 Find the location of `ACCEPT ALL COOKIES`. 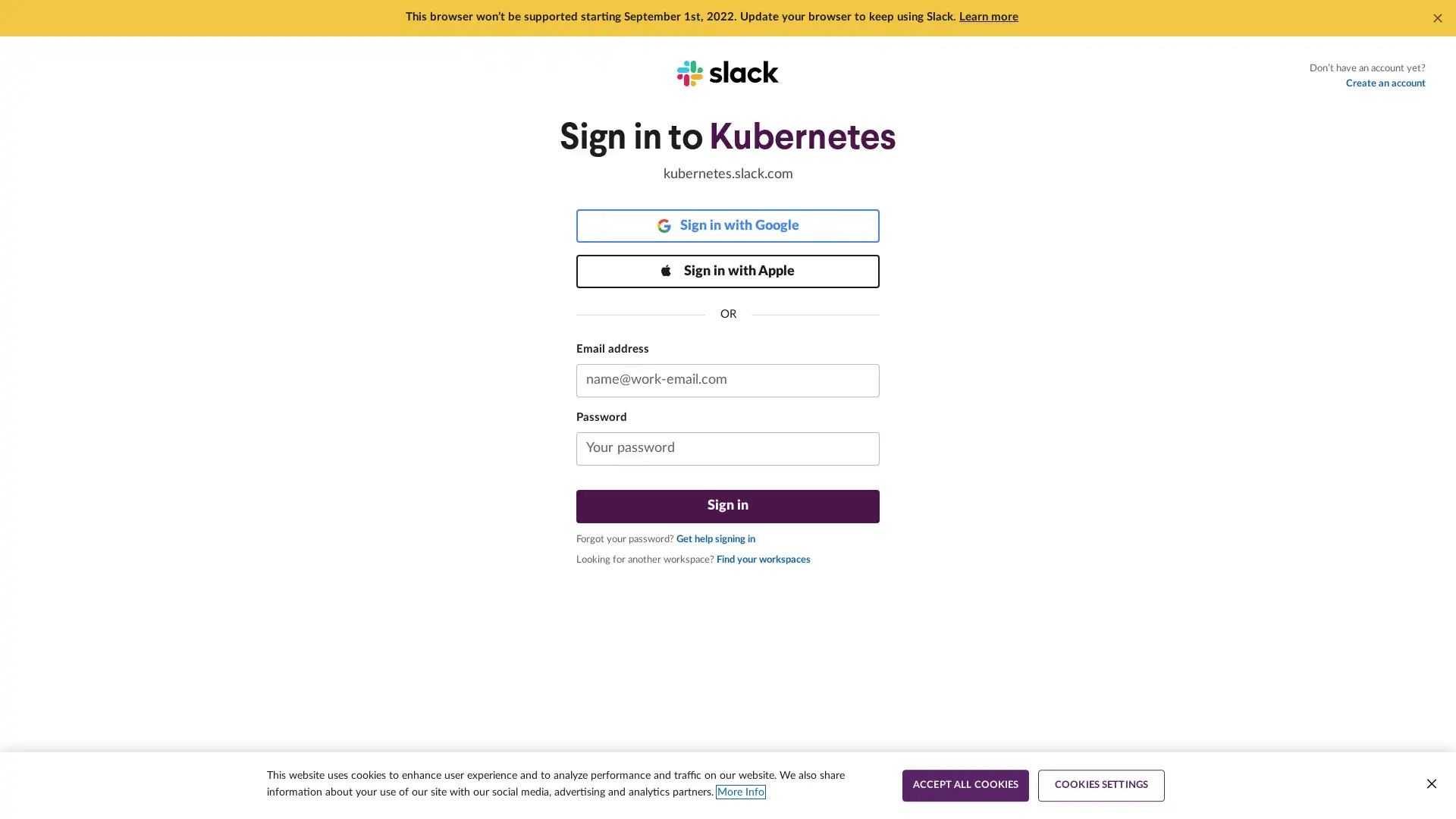

ACCEPT ALL COOKIES is located at coordinates (965, 785).